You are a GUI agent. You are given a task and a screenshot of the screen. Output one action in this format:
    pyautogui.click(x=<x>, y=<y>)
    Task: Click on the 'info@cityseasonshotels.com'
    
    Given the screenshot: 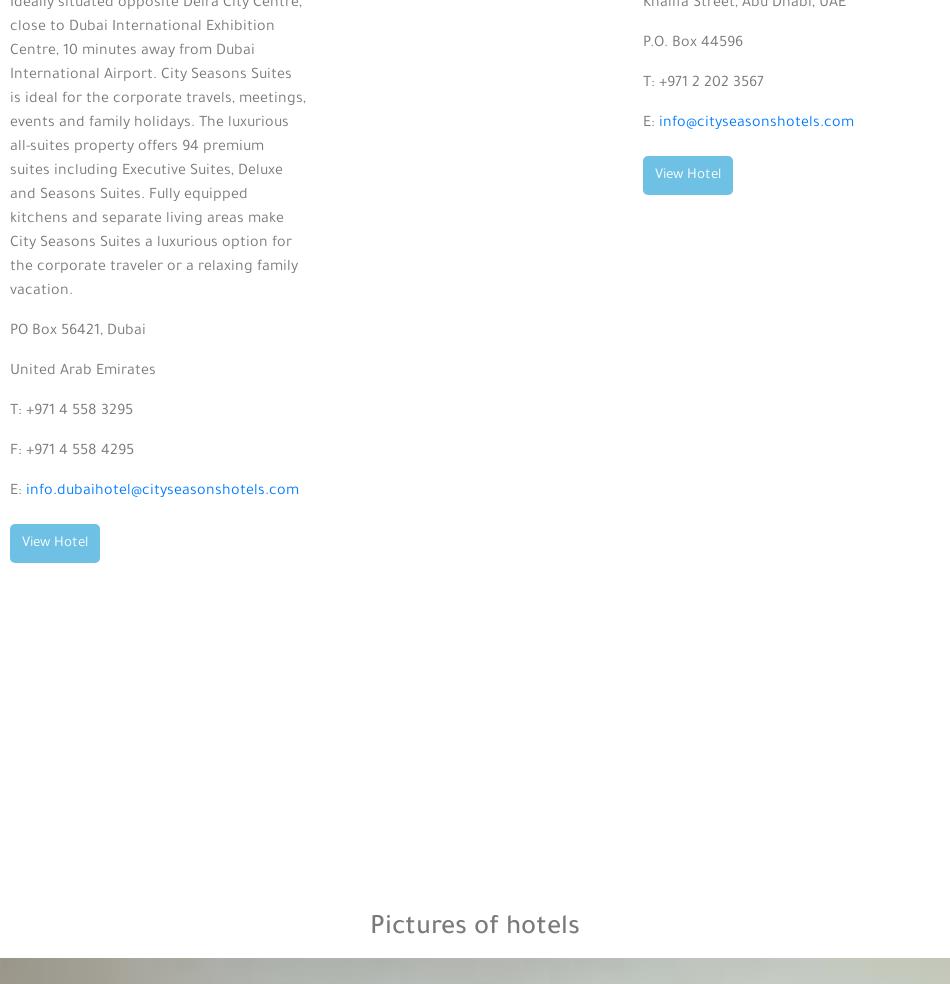 What is the action you would take?
    pyautogui.click(x=755, y=122)
    